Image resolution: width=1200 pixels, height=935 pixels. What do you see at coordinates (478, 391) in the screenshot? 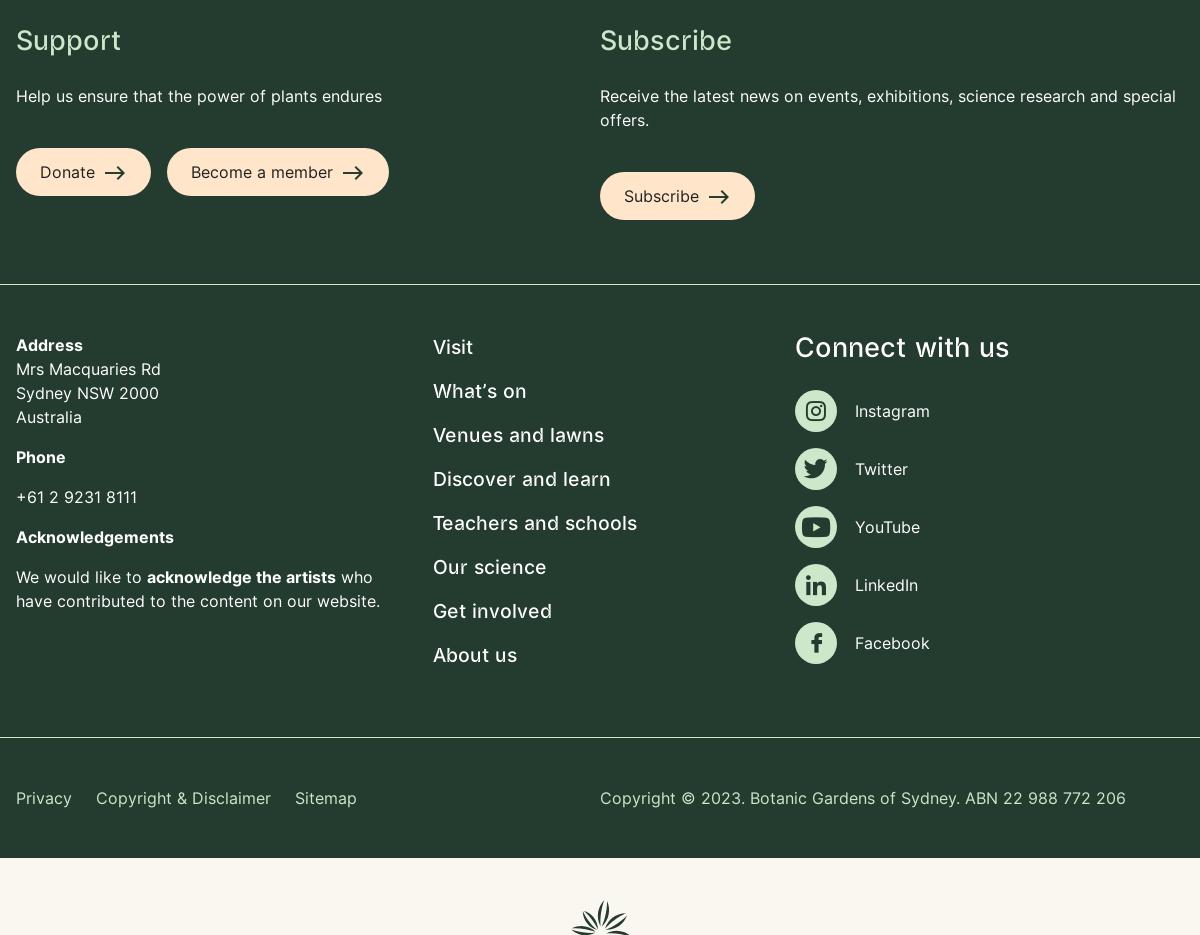
I see `'What's on'` at bounding box center [478, 391].